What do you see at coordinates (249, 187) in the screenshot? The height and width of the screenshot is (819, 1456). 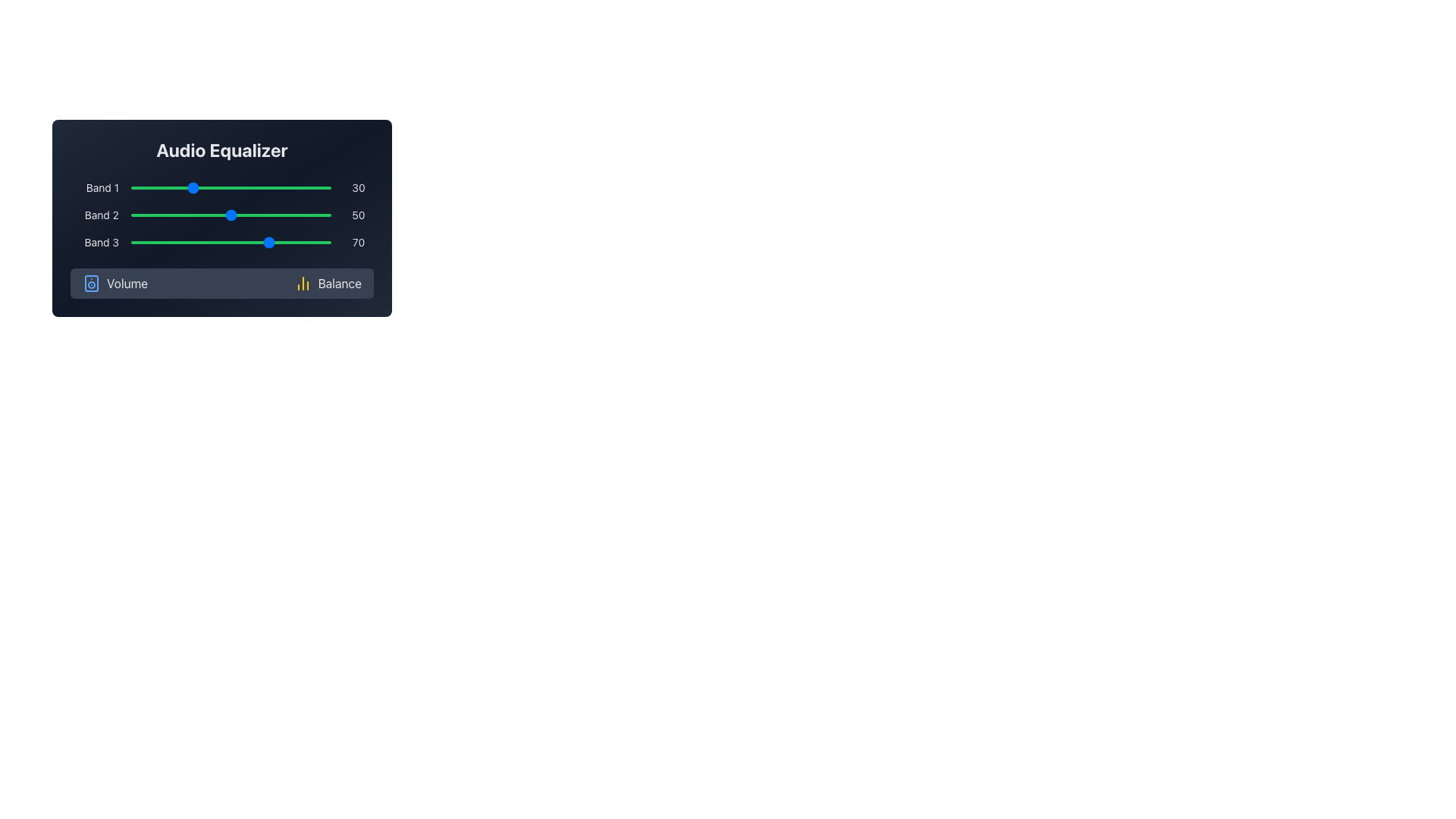 I see `the slider labeled 'Band 1'` at bounding box center [249, 187].